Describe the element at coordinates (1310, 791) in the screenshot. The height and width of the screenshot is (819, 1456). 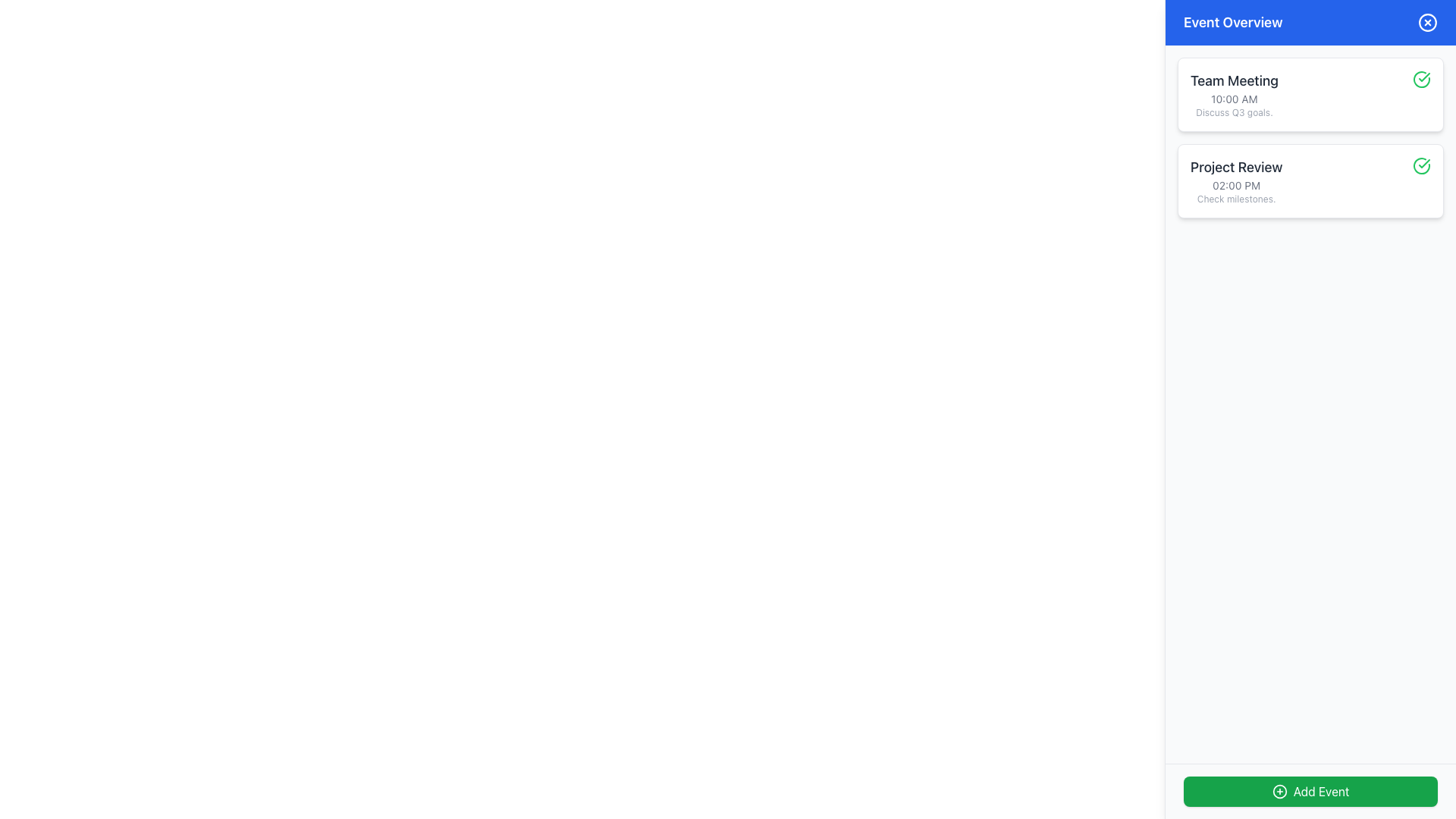
I see `the 'Add Event' button, which is a green rectangular button with rounded corners located at the bottom right corner of the interface, to receive potential visual feedback` at that location.